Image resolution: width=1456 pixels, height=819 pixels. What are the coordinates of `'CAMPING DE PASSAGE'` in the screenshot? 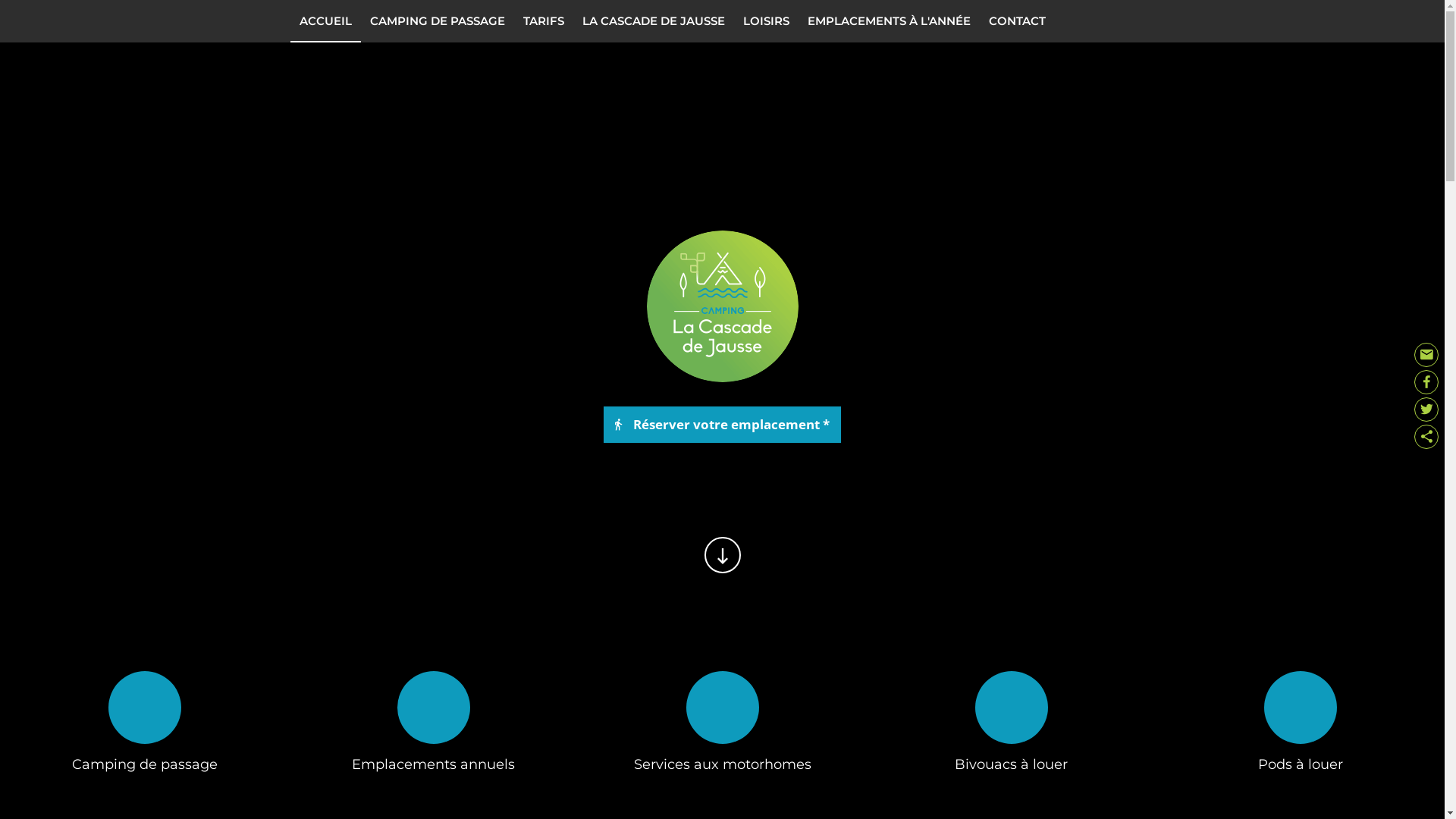 It's located at (359, 20).